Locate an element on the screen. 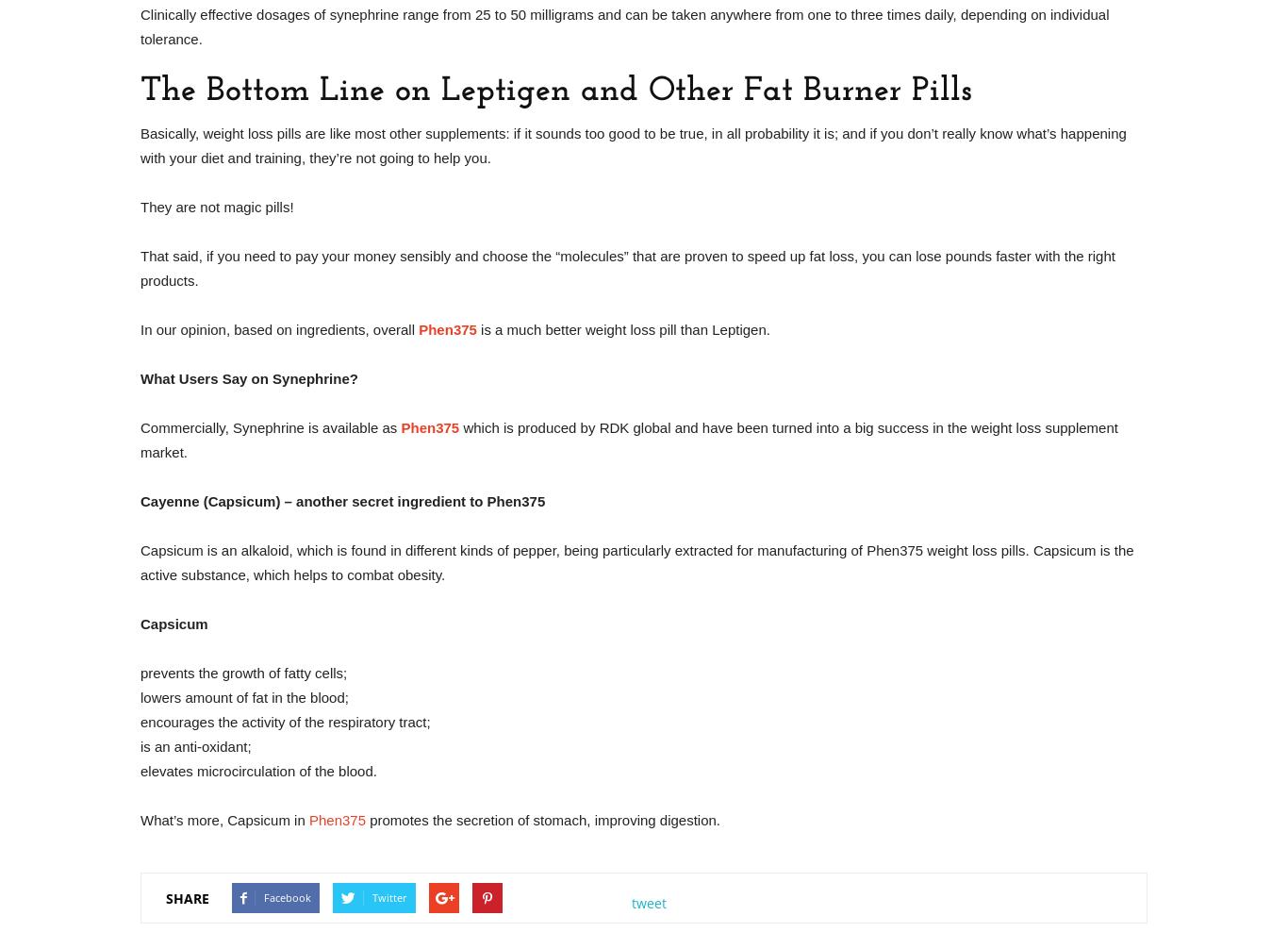  'encourages the activity of the respiratory tract;' is located at coordinates (285, 721).